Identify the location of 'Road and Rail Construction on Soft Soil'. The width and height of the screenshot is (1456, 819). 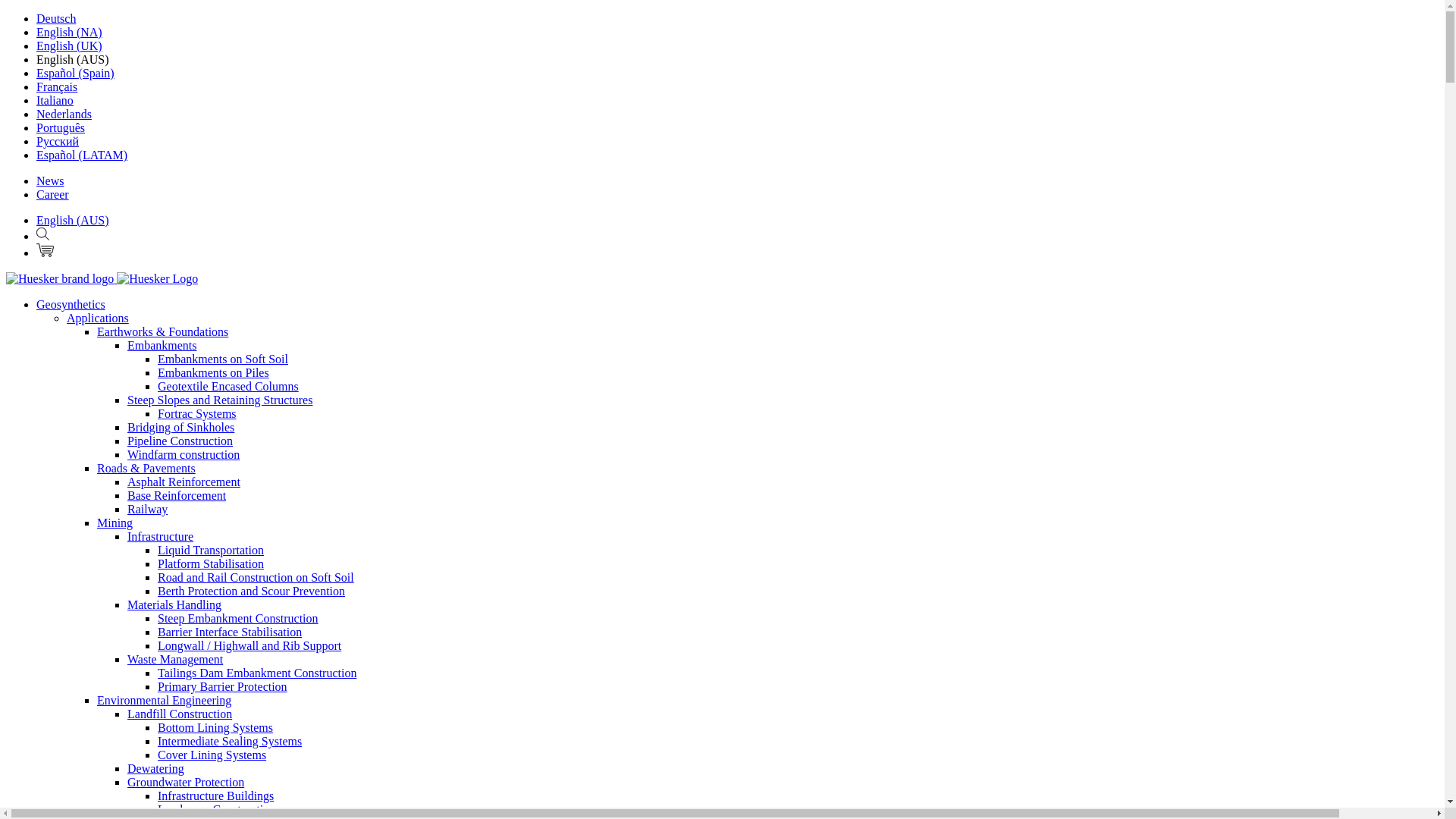
(256, 577).